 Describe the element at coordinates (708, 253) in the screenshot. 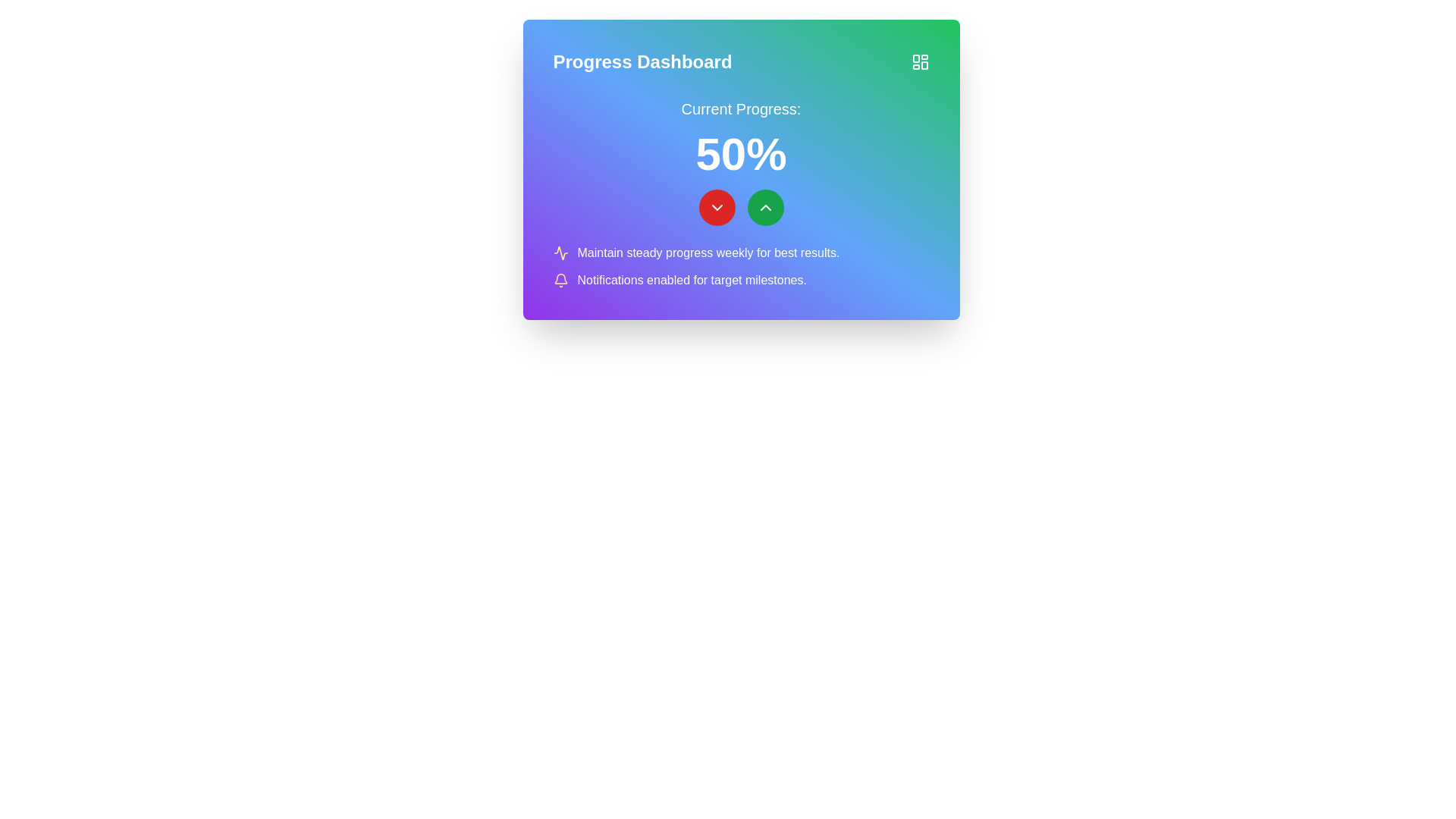

I see `the instructional text label located below the '50%' progress indicator and above the notification-related text, positioned to the right of an activity signal icon` at that location.